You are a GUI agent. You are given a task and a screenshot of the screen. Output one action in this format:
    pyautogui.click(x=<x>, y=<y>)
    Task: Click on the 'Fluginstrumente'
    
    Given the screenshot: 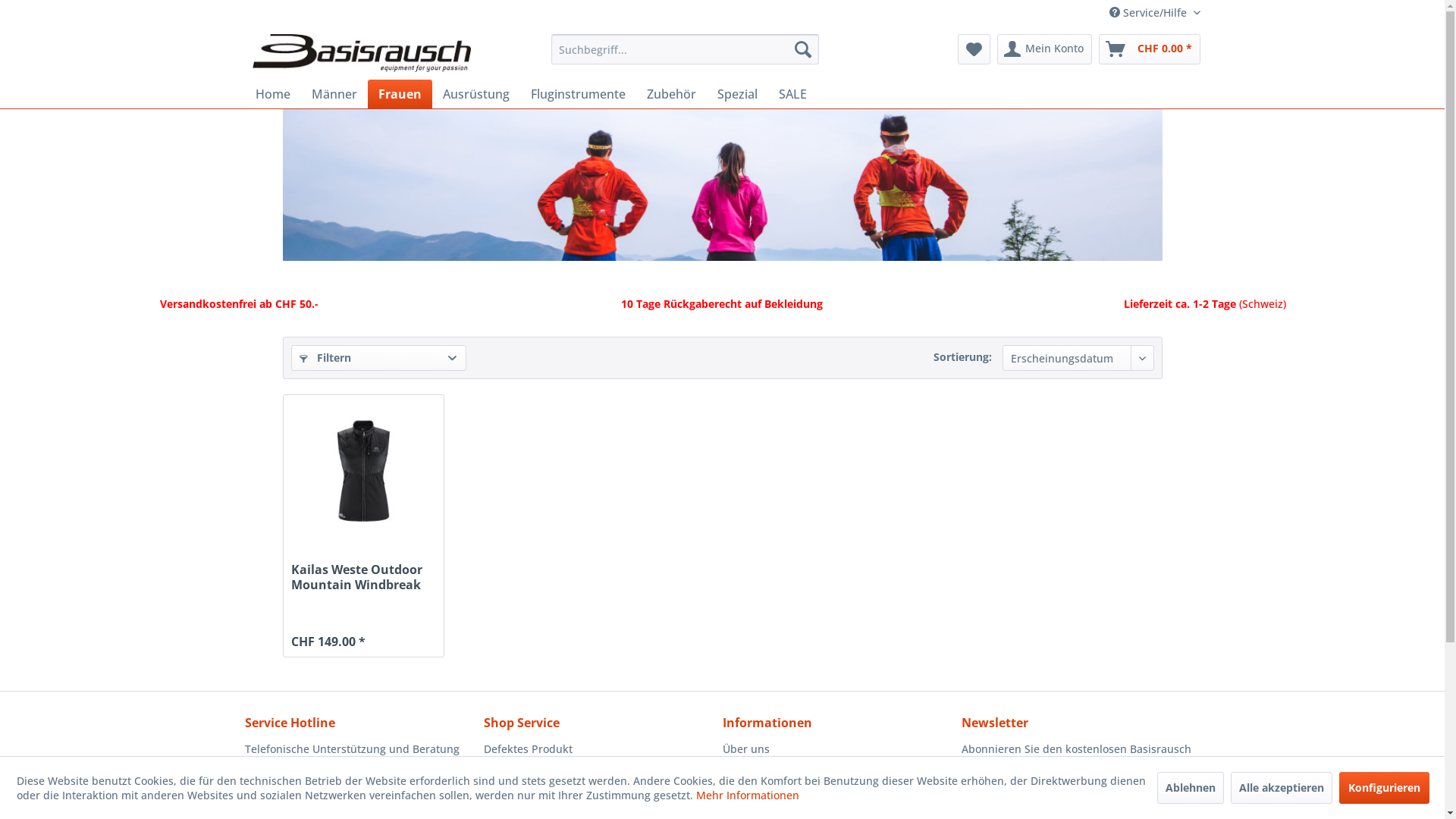 What is the action you would take?
    pyautogui.click(x=577, y=93)
    